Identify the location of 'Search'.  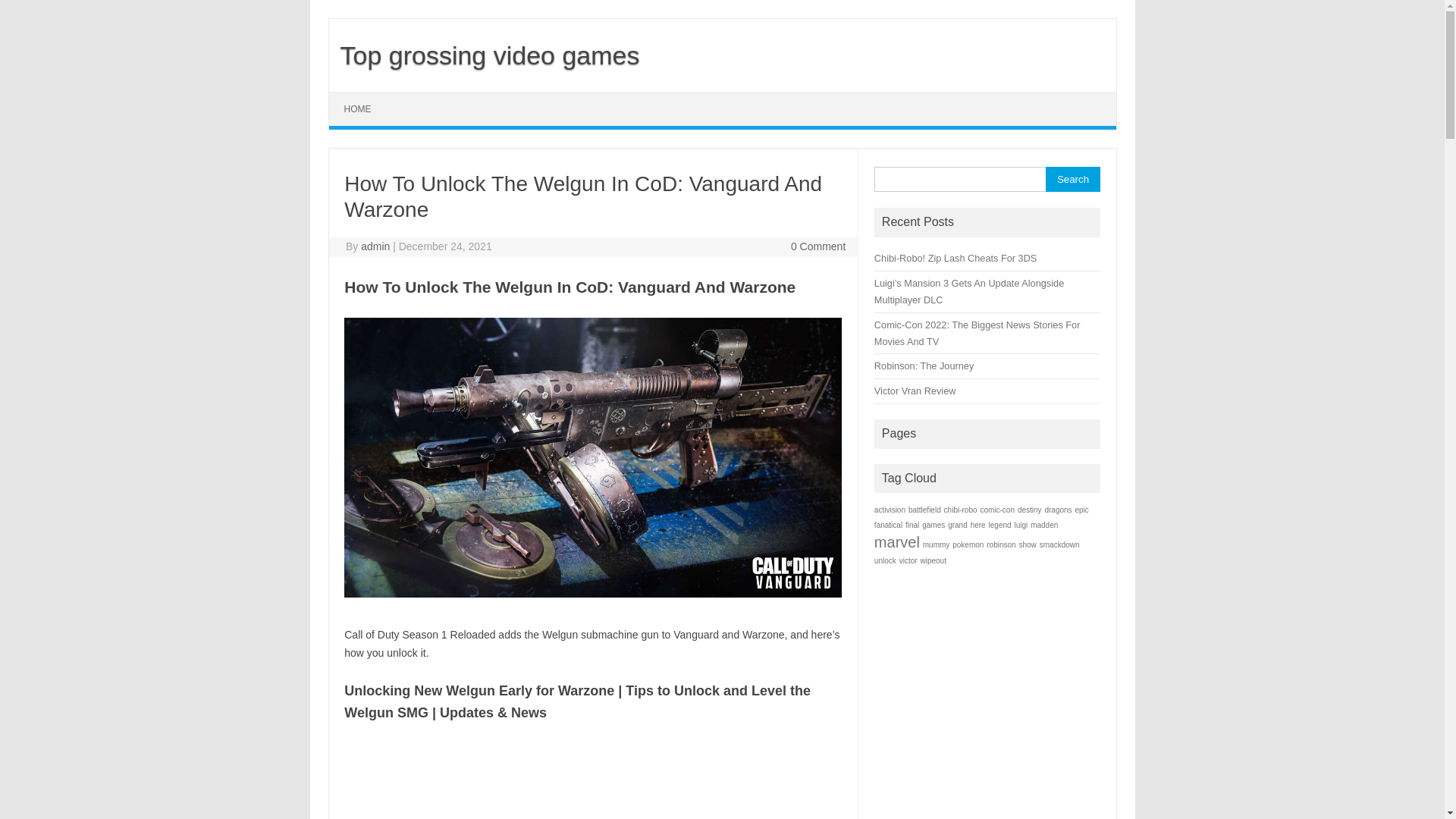
(1072, 178).